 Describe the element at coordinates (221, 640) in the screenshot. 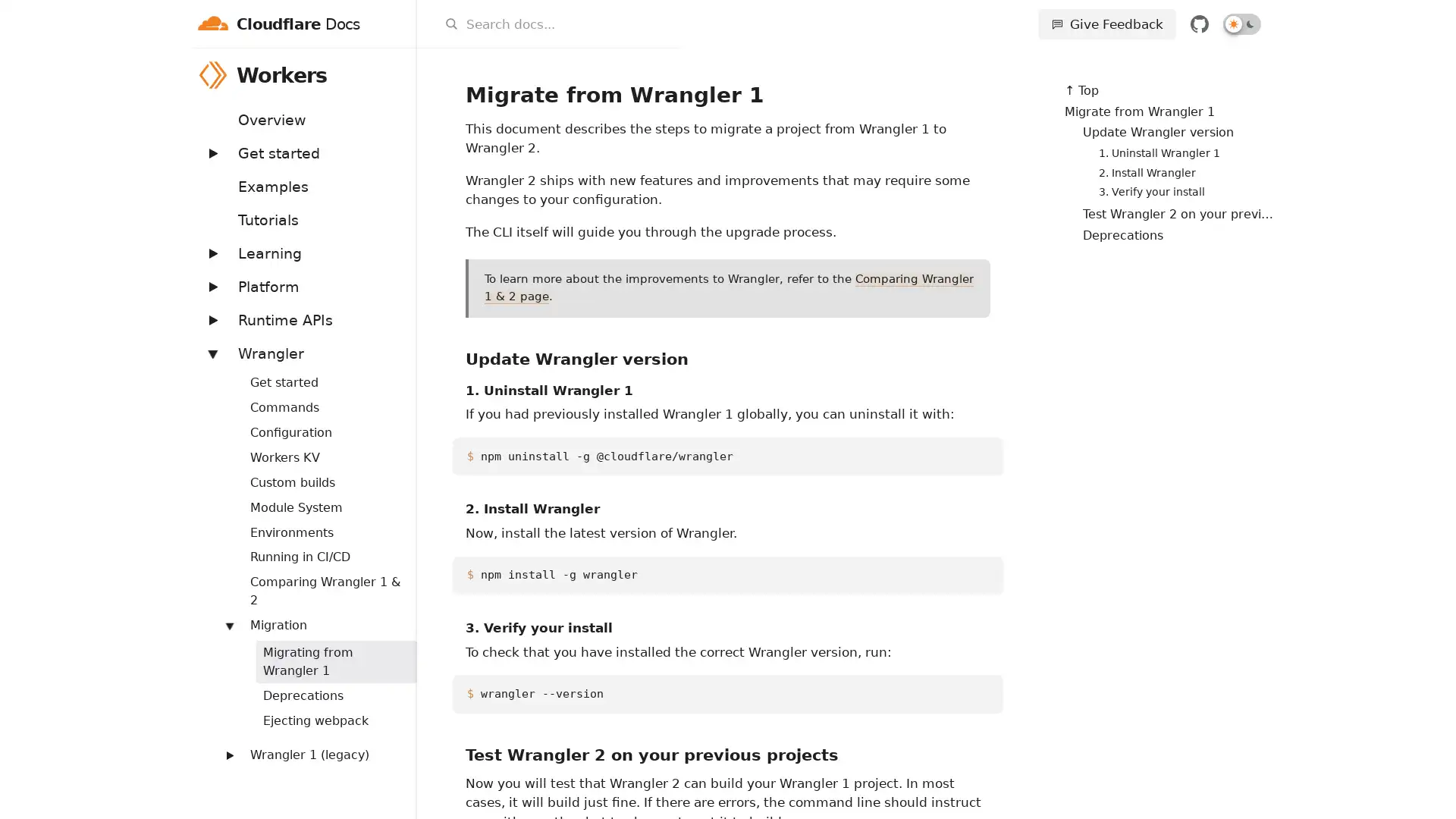

I see `Expand: Routing` at that location.